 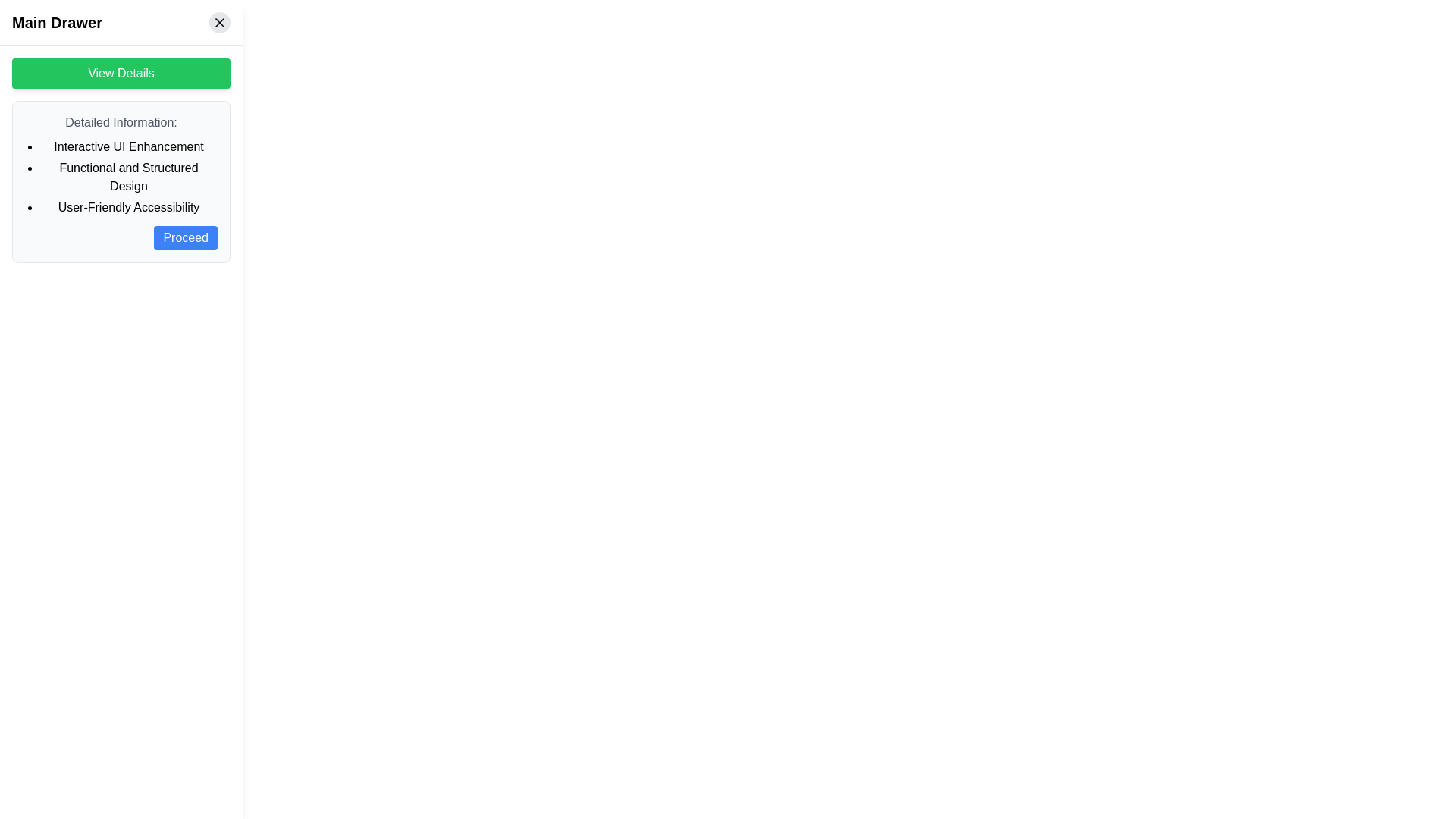 What do you see at coordinates (30, 30) in the screenshot?
I see `the three-horizontal-line menu icon with a blue circular background located at the top-left corner of the interface` at bounding box center [30, 30].